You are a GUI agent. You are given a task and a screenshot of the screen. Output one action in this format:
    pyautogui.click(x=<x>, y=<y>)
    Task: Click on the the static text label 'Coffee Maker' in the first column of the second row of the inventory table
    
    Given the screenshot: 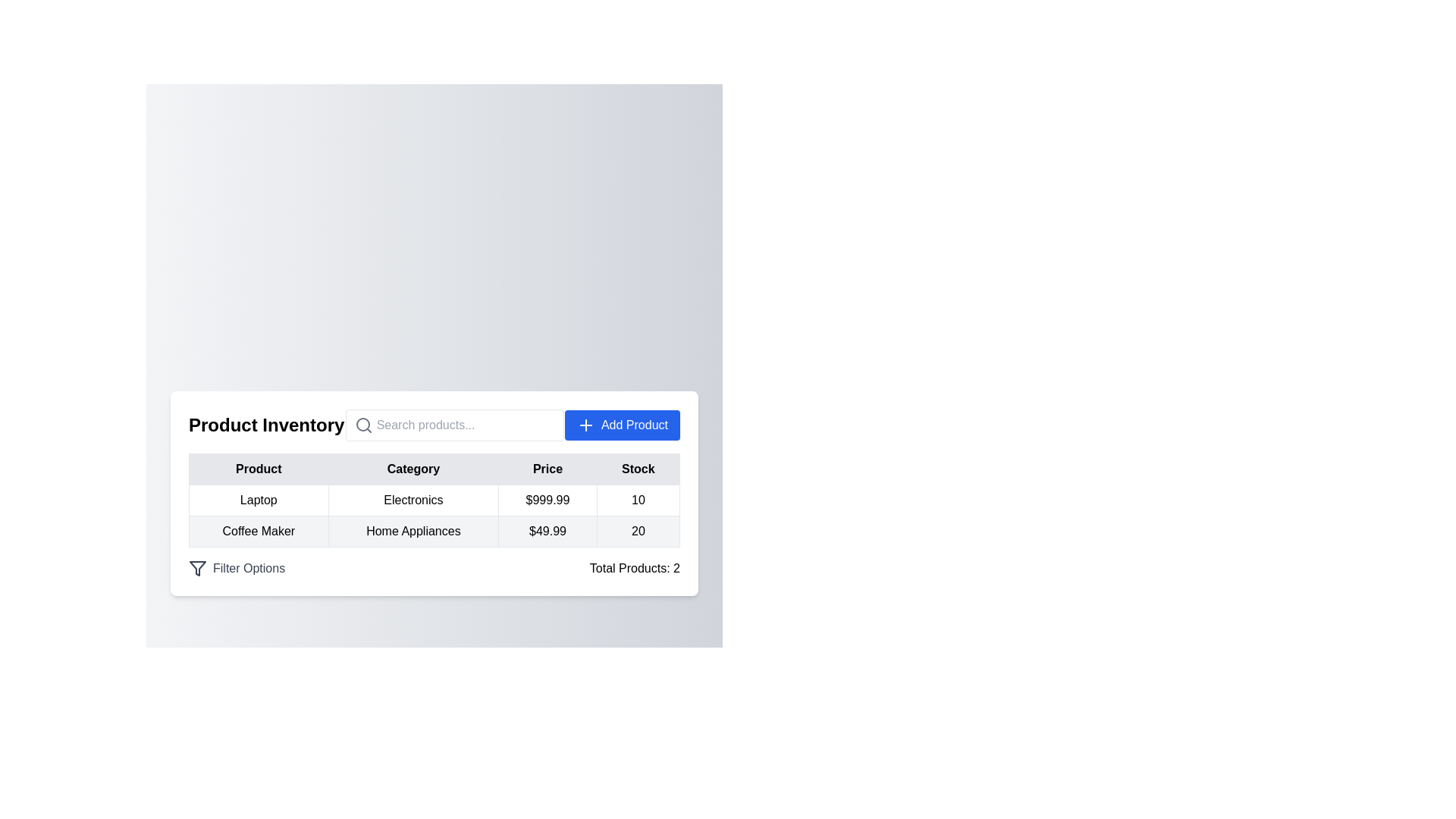 What is the action you would take?
    pyautogui.click(x=259, y=531)
    